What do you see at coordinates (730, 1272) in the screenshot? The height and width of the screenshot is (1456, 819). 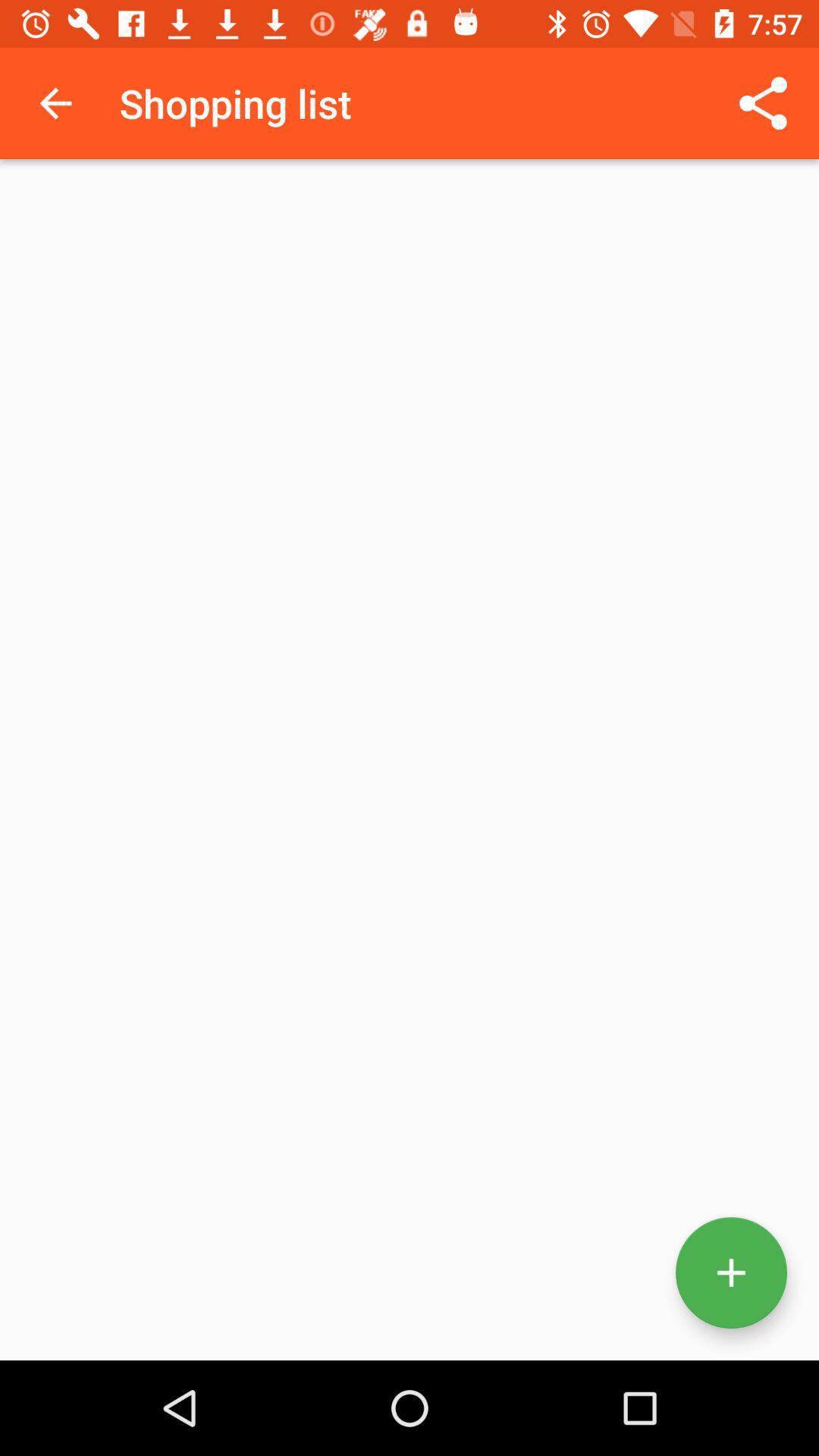 I see `the item at the bottom right corner` at bounding box center [730, 1272].